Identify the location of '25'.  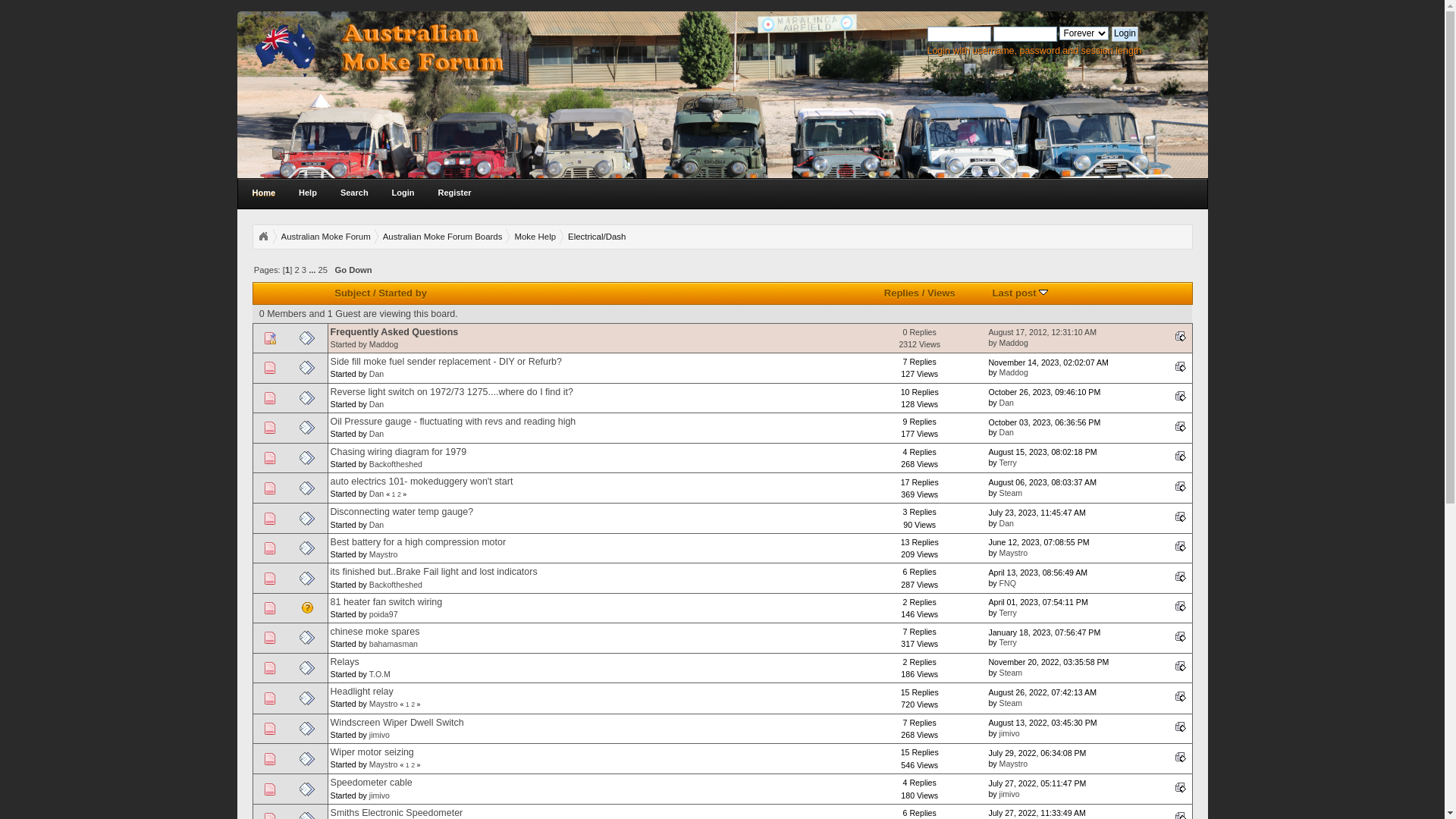
(322, 268).